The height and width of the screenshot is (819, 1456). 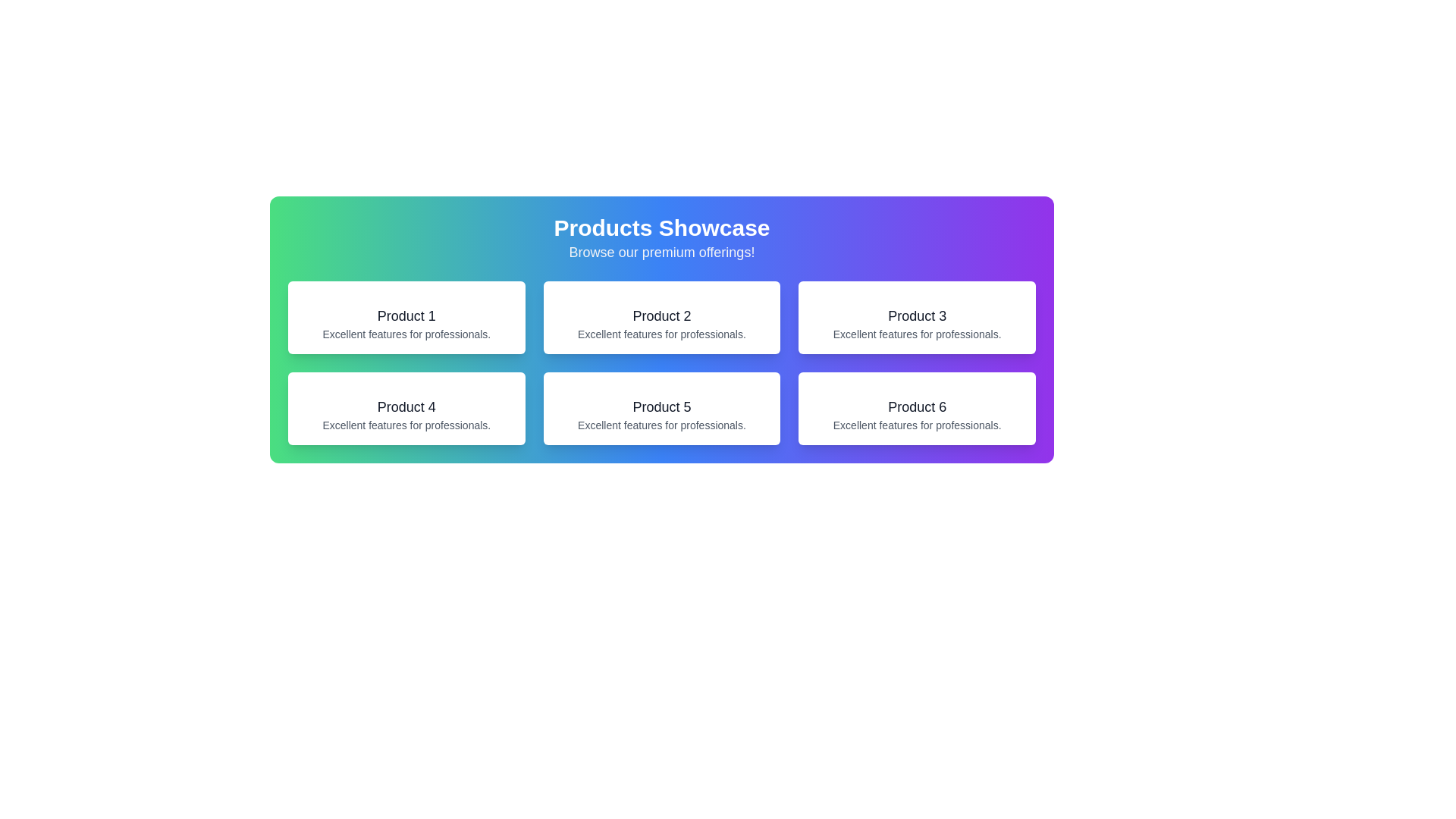 I want to click on the Card displaying information about 'Product 6', which is the last item in the second row of a grid layout, so click(x=916, y=408).